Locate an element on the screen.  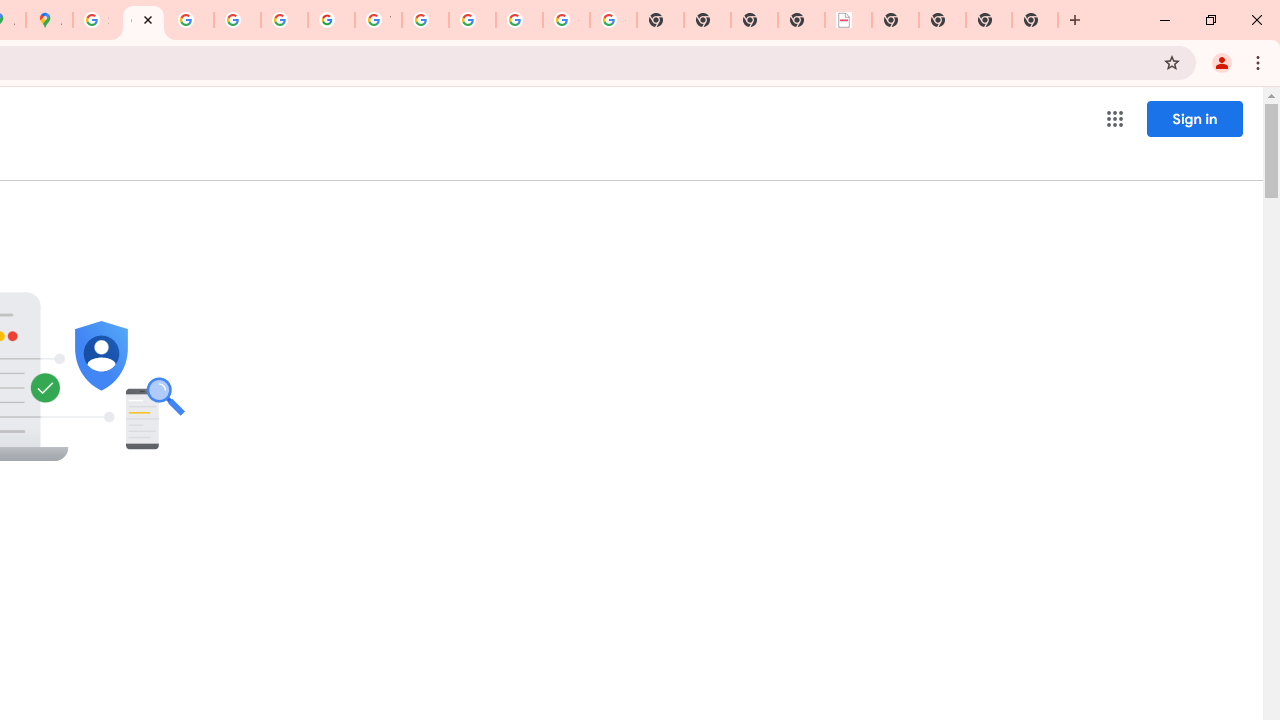
'Privacy Help Center - Policies Help' is located at coordinates (237, 20).